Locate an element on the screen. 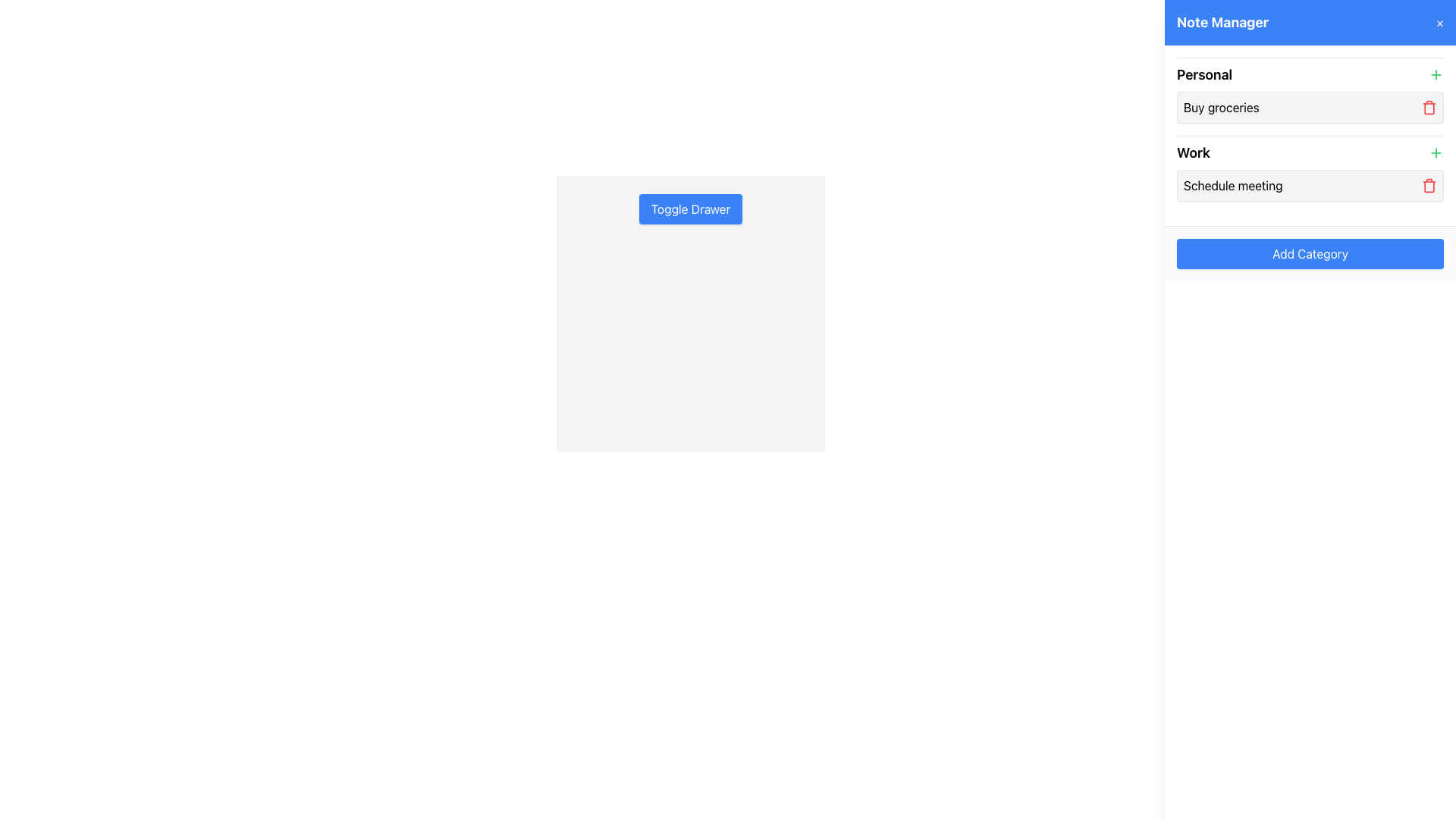  the 'Note Manager' text label, which is a large, bold, white text on a blue background located in the header of the panel is located at coordinates (1222, 23).